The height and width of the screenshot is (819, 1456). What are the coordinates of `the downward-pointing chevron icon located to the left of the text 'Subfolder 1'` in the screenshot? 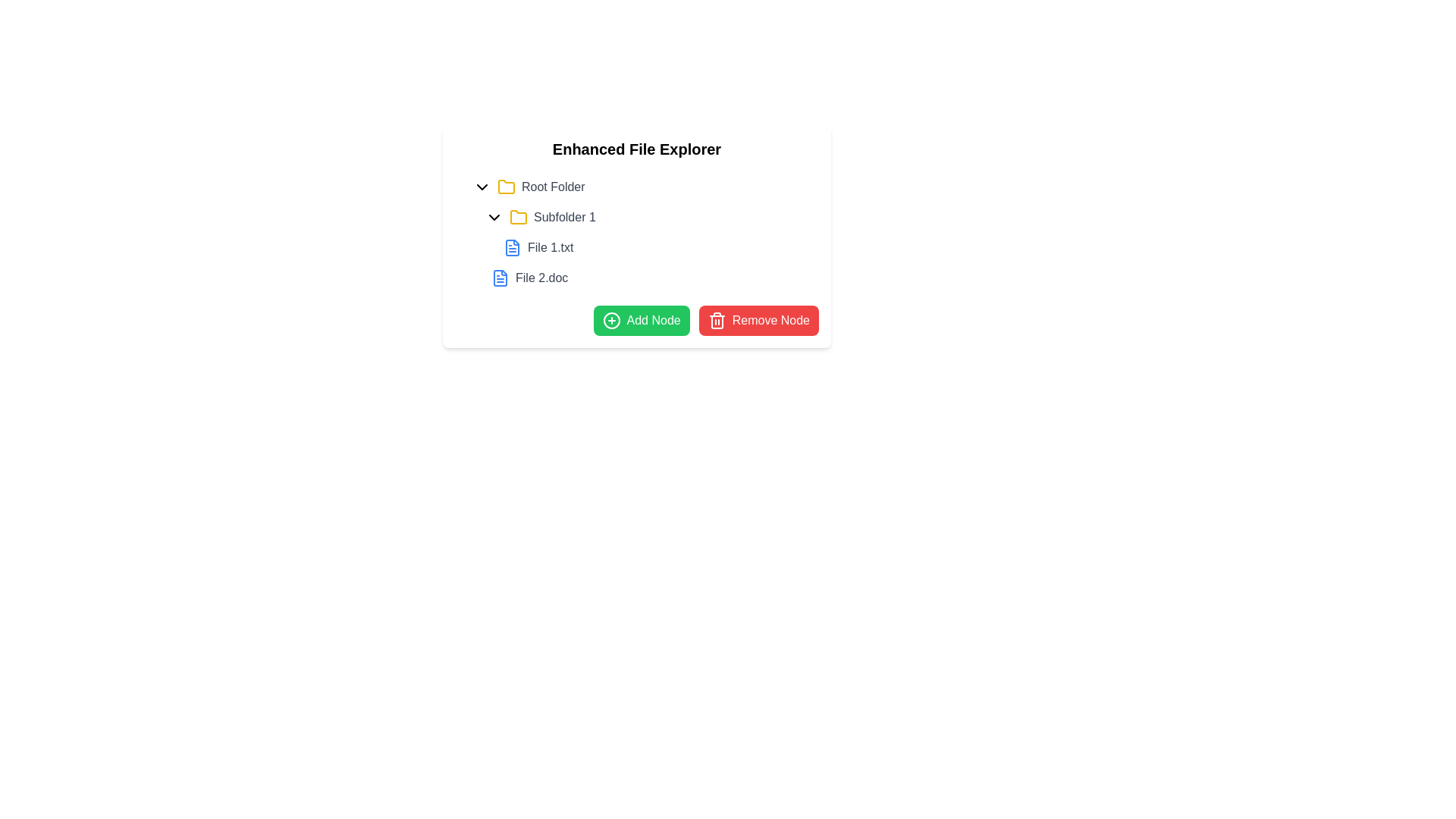 It's located at (494, 217).